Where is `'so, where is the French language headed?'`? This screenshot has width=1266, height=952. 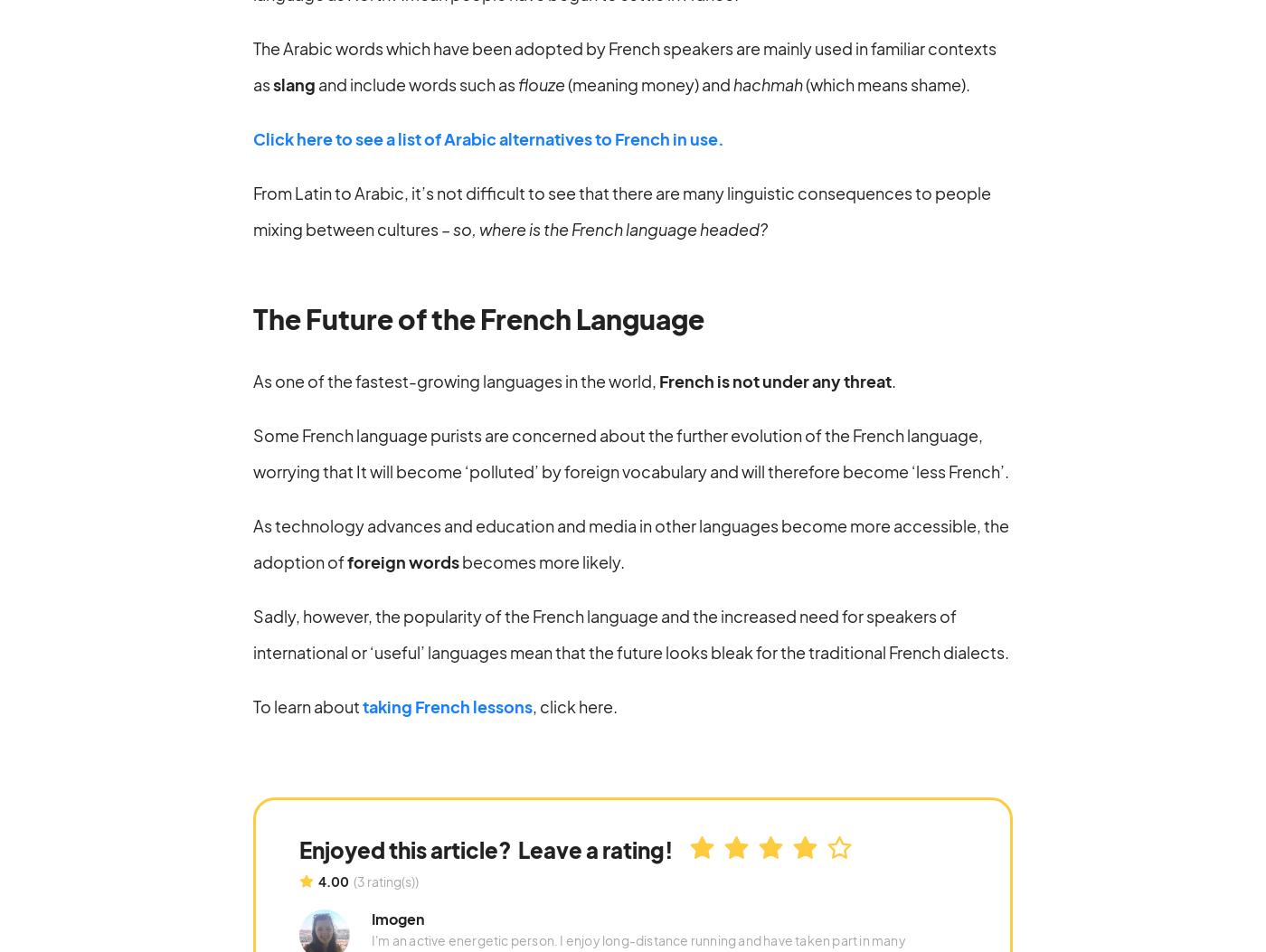
'so, where is the French language headed?' is located at coordinates (609, 227).